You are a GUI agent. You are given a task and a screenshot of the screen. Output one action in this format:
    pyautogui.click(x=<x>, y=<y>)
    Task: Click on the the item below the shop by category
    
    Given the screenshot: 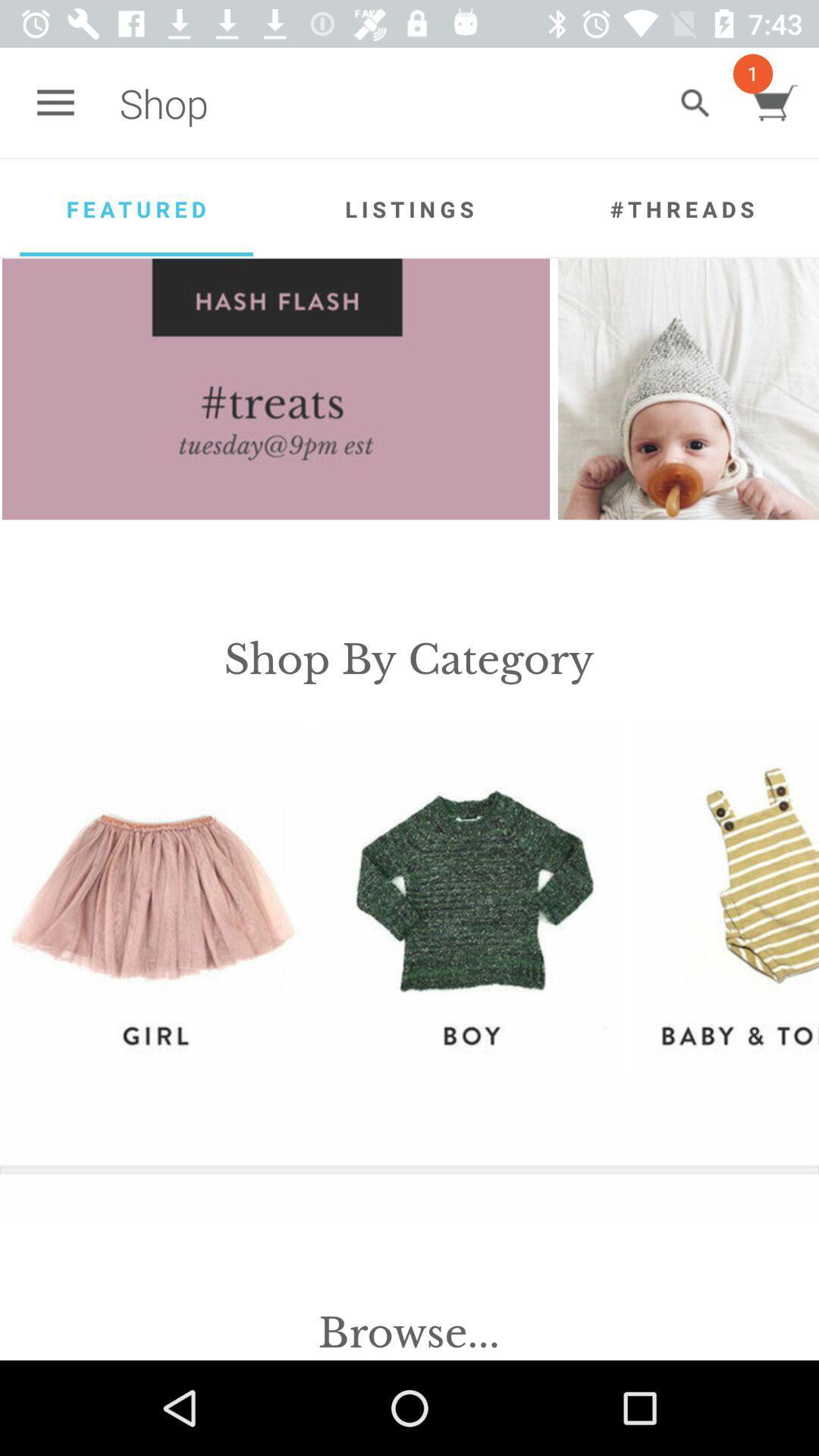 What is the action you would take?
    pyautogui.click(x=154, y=899)
    